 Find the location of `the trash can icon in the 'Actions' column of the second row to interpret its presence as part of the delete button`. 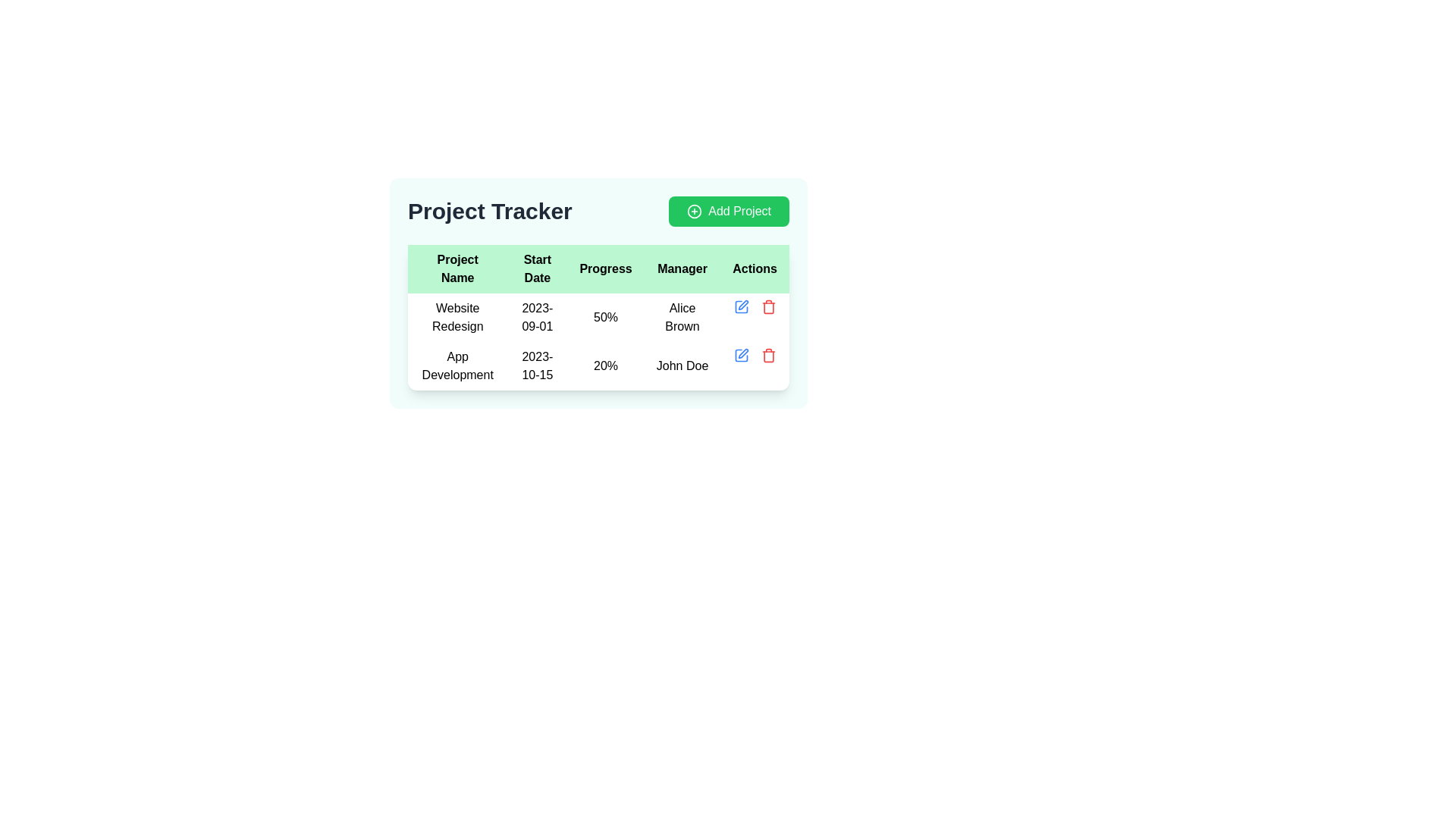

the trash can icon in the 'Actions' column of the second row to interpret its presence as part of the delete button is located at coordinates (768, 356).